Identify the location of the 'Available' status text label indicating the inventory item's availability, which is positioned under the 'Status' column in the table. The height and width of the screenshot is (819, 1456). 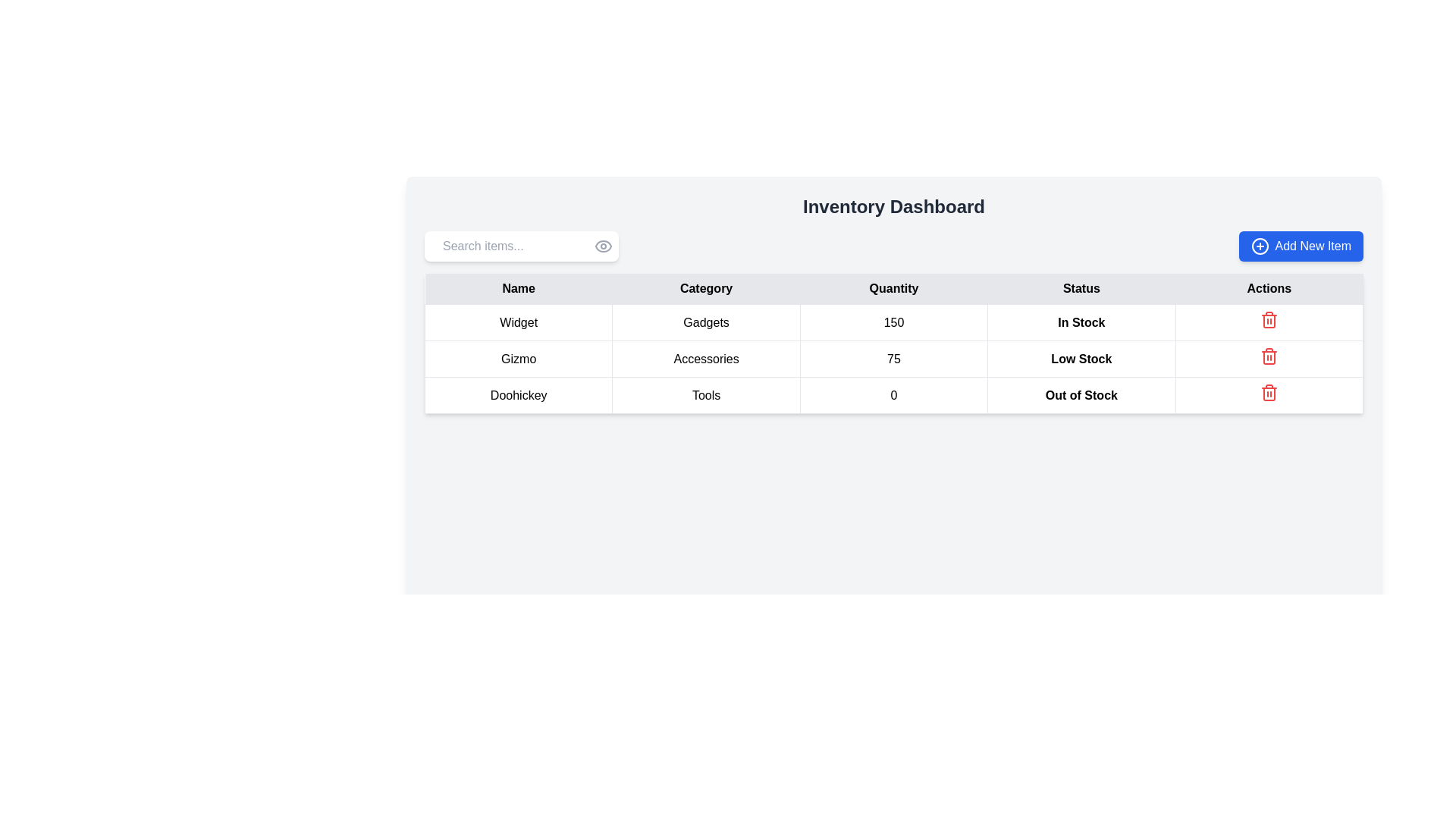
(1081, 322).